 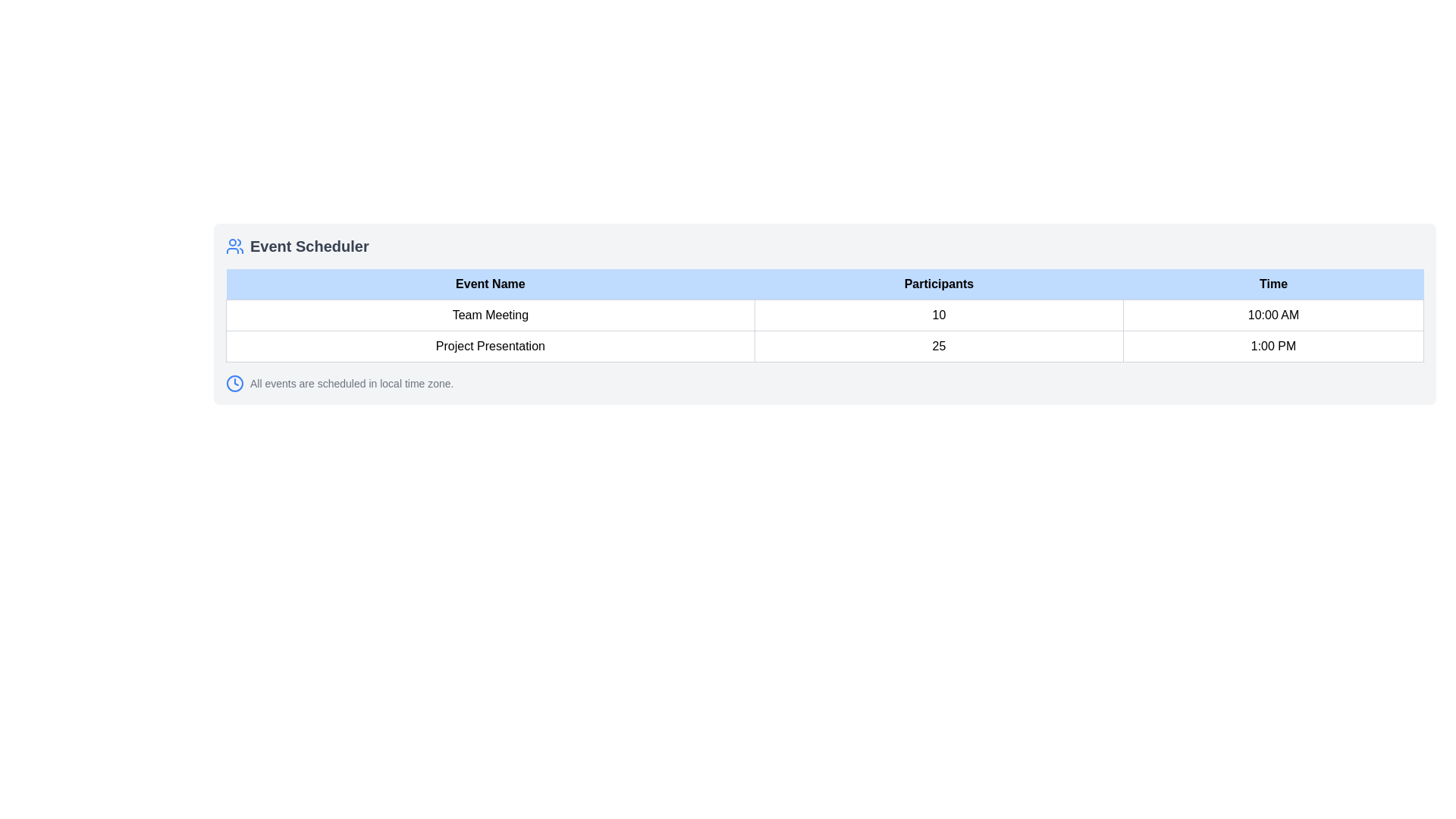 What do you see at coordinates (938, 284) in the screenshot?
I see `the Table Header Cell that represents the category for displaying the number of participants in the table, located between the 'Event Name' and 'Time' elements` at bounding box center [938, 284].